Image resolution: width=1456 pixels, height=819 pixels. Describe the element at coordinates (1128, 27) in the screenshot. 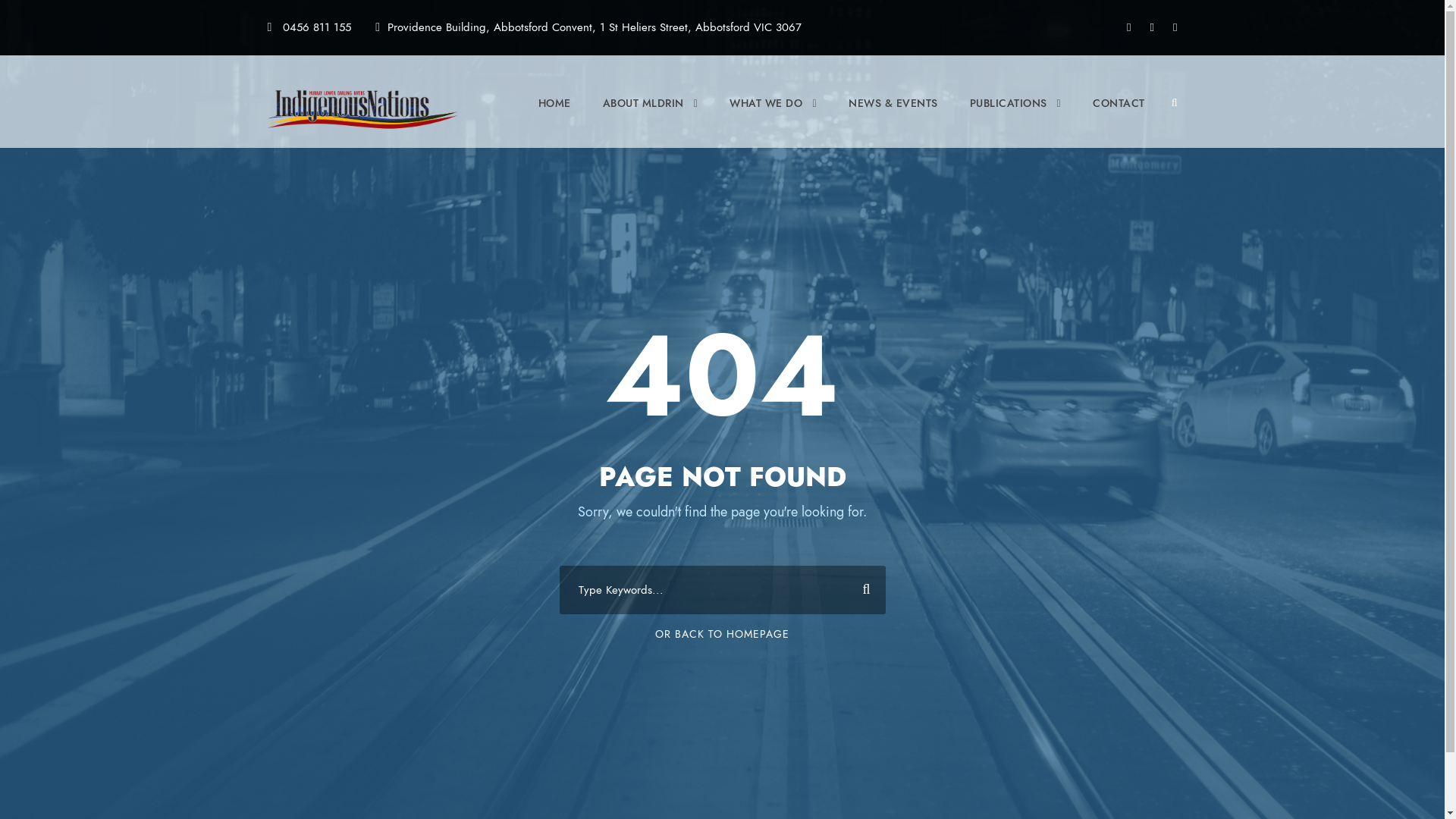

I see `'facebook'` at that location.